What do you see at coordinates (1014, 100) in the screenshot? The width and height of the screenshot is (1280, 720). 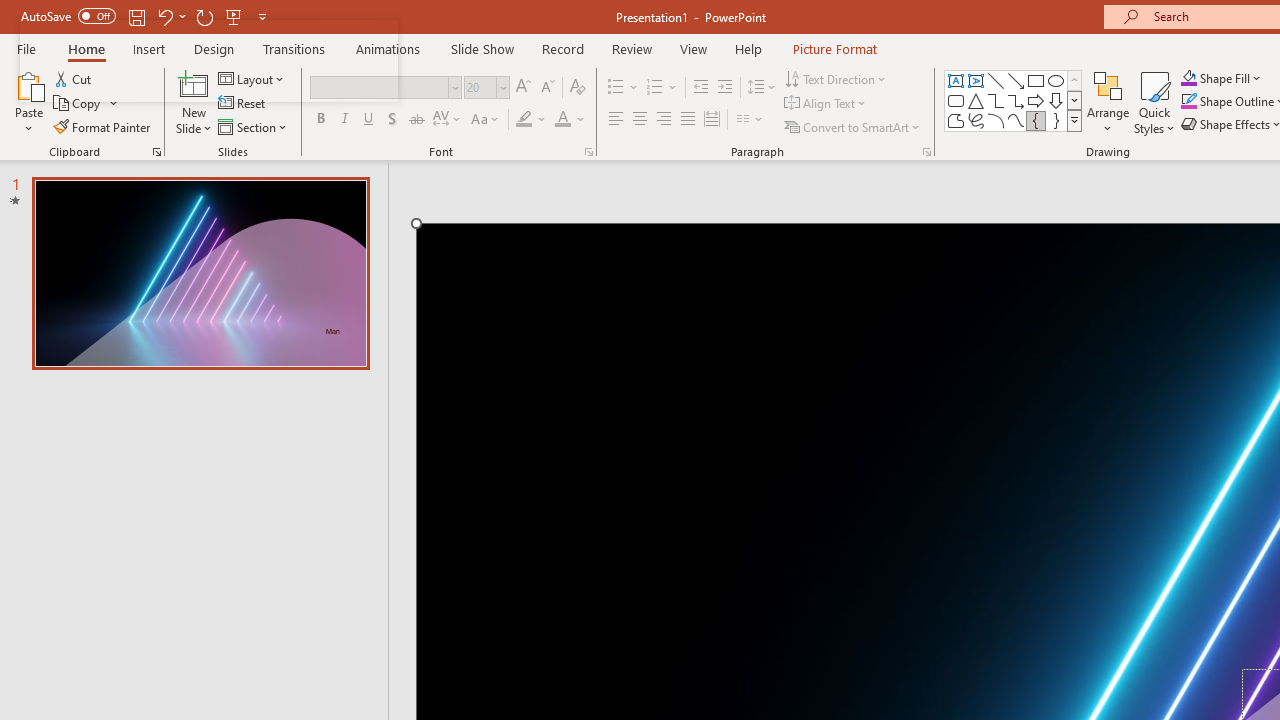 I see `'AutomationID: ShapesInsertGallery'` at bounding box center [1014, 100].